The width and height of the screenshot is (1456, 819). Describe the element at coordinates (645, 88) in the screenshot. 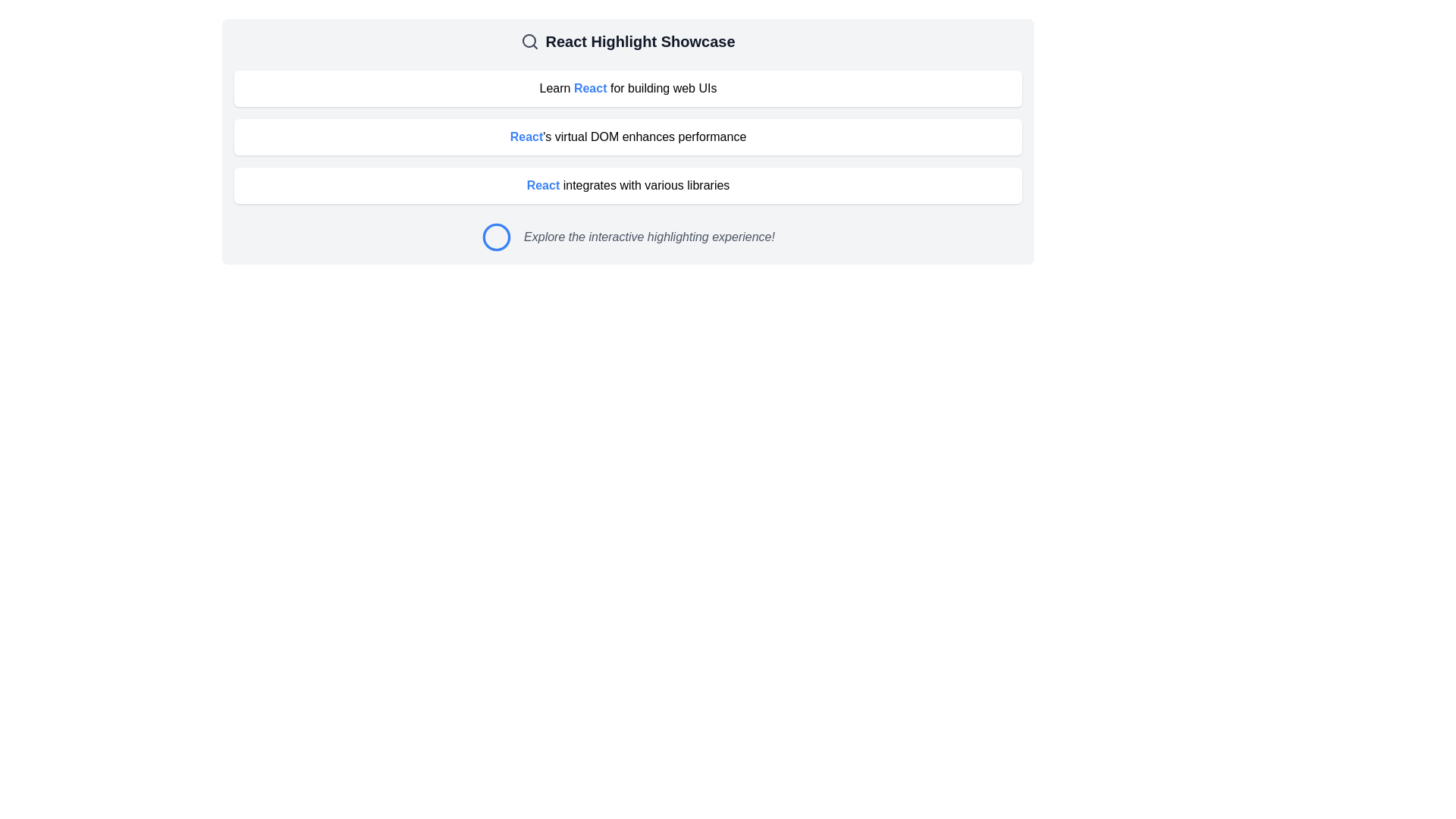

I see `the word 'React' within the informational text component that describes building web UIs with React, located near the top of the application interface` at that location.